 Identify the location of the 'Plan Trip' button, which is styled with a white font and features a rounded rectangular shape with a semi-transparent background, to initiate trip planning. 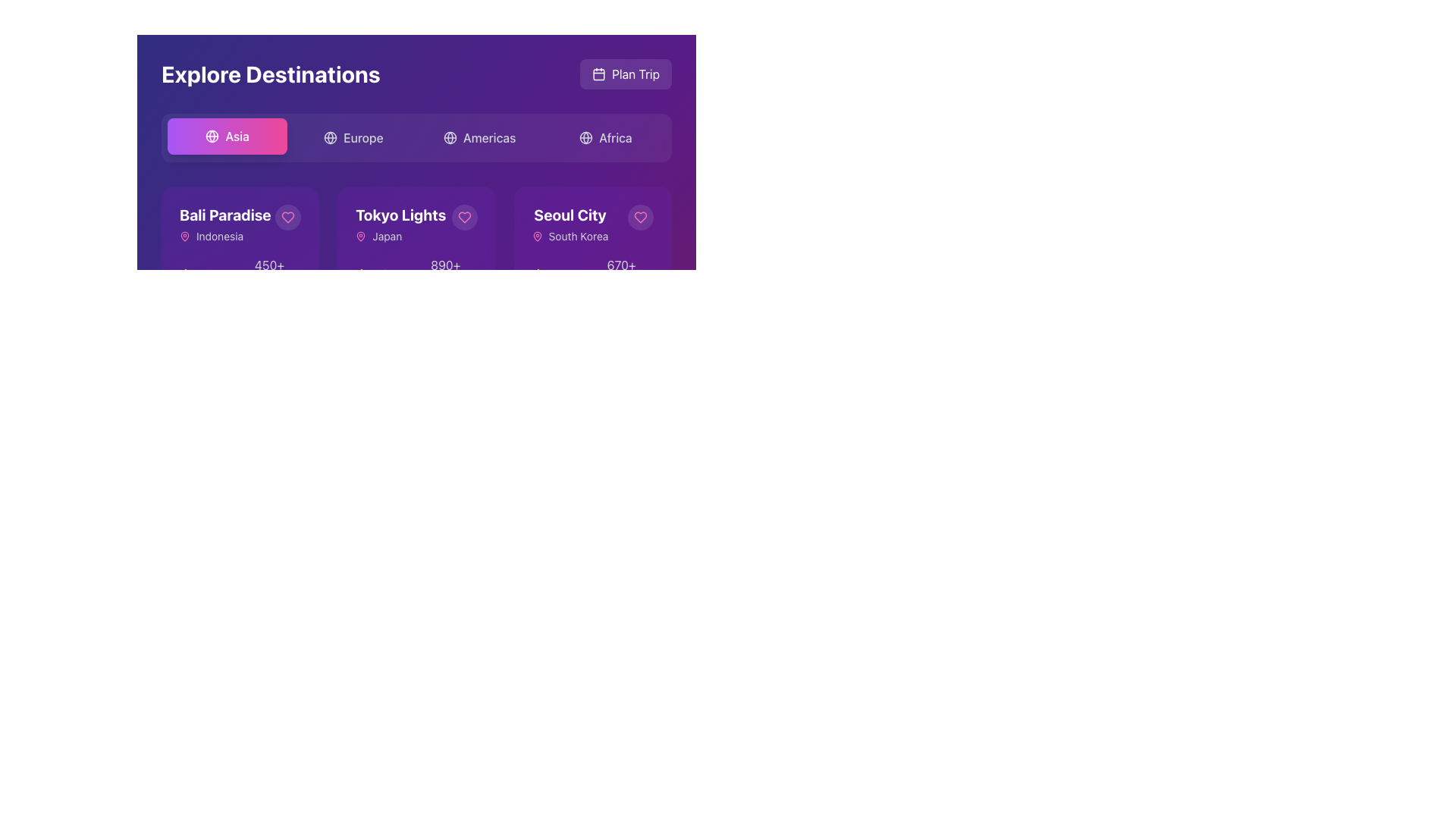
(635, 74).